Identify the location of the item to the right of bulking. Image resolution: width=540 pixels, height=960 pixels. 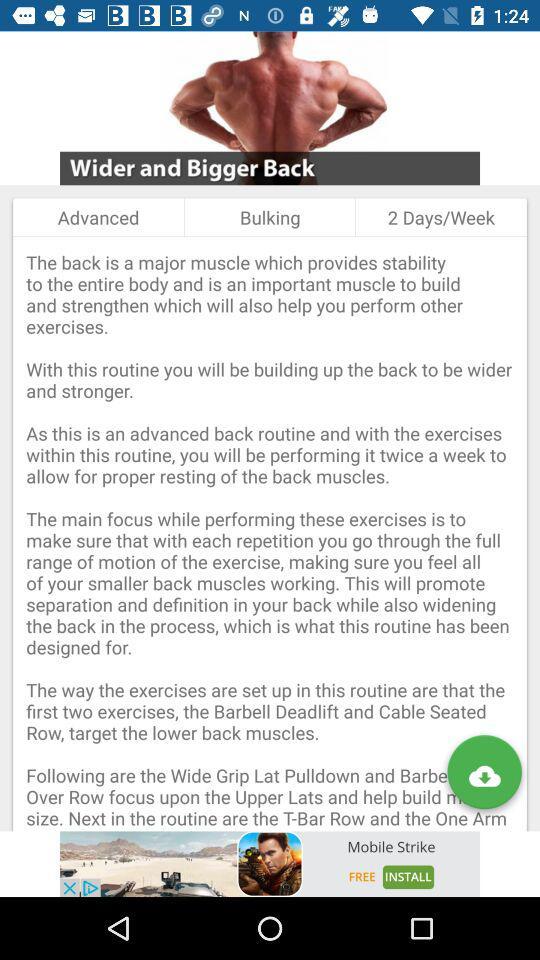
(441, 217).